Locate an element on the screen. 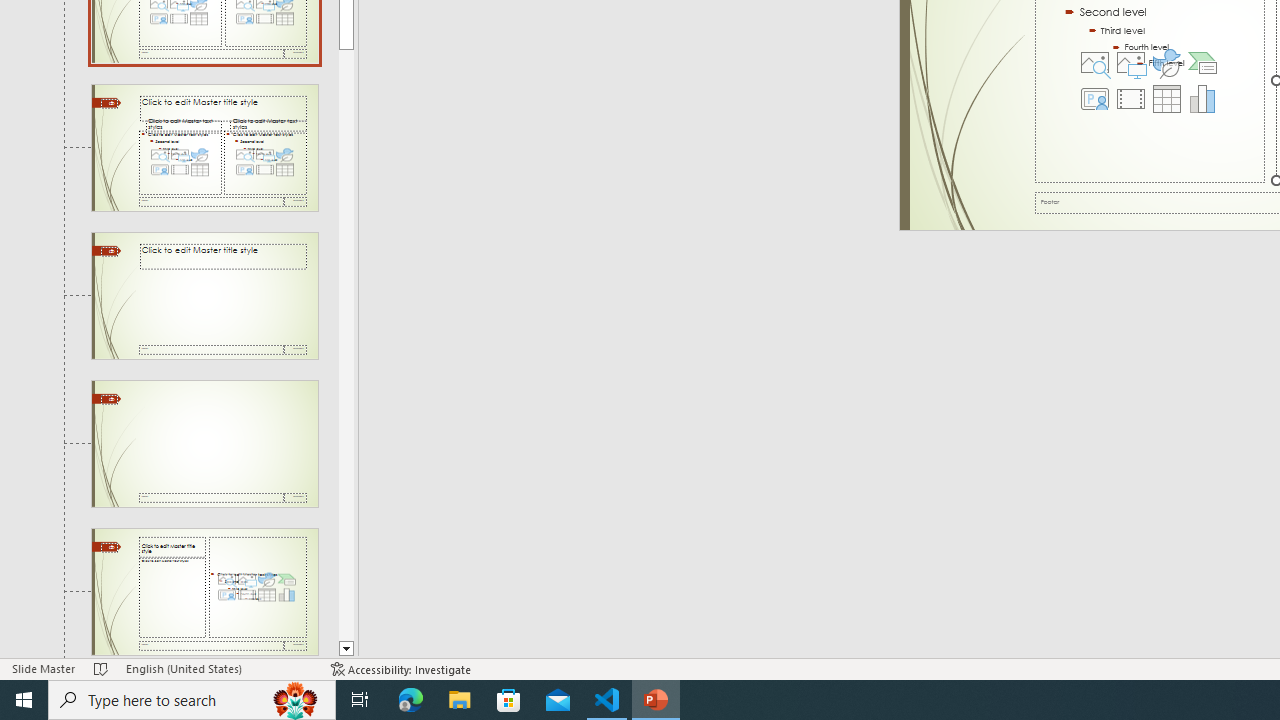  'Stock Images' is located at coordinates (1094, 61).